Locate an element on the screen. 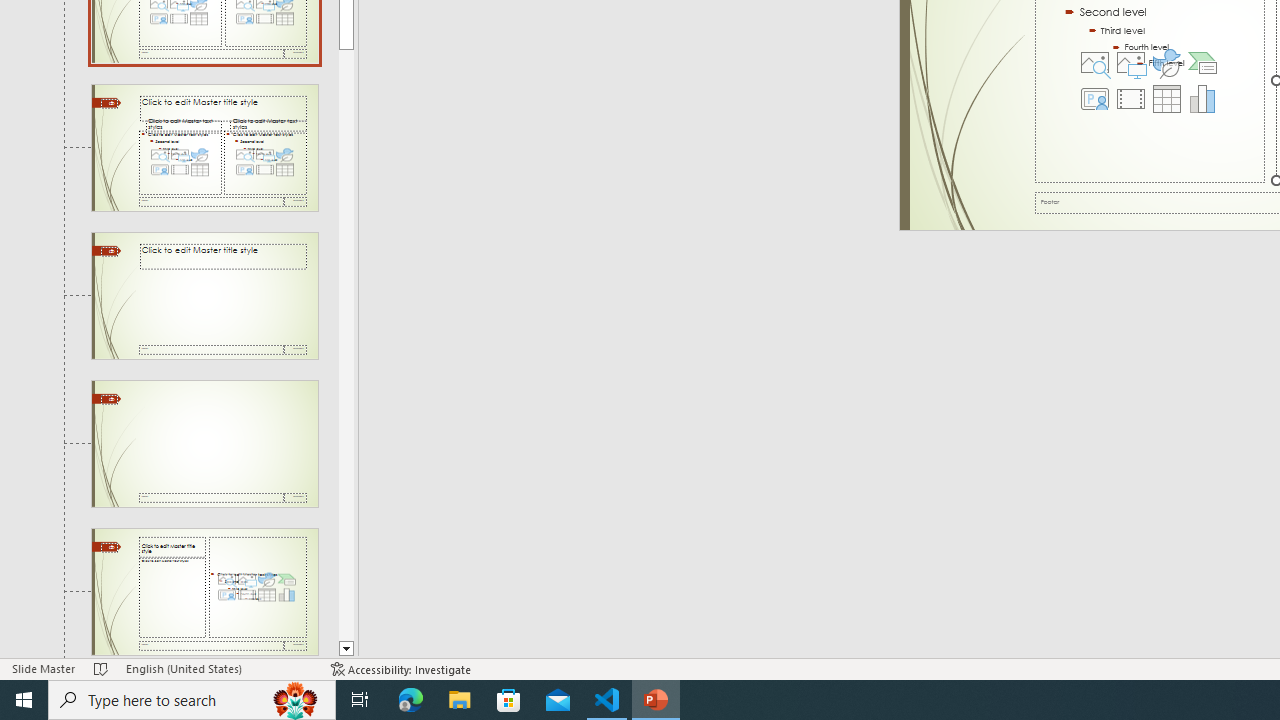  'Stock Images' is located at coordinates (1094, 61).